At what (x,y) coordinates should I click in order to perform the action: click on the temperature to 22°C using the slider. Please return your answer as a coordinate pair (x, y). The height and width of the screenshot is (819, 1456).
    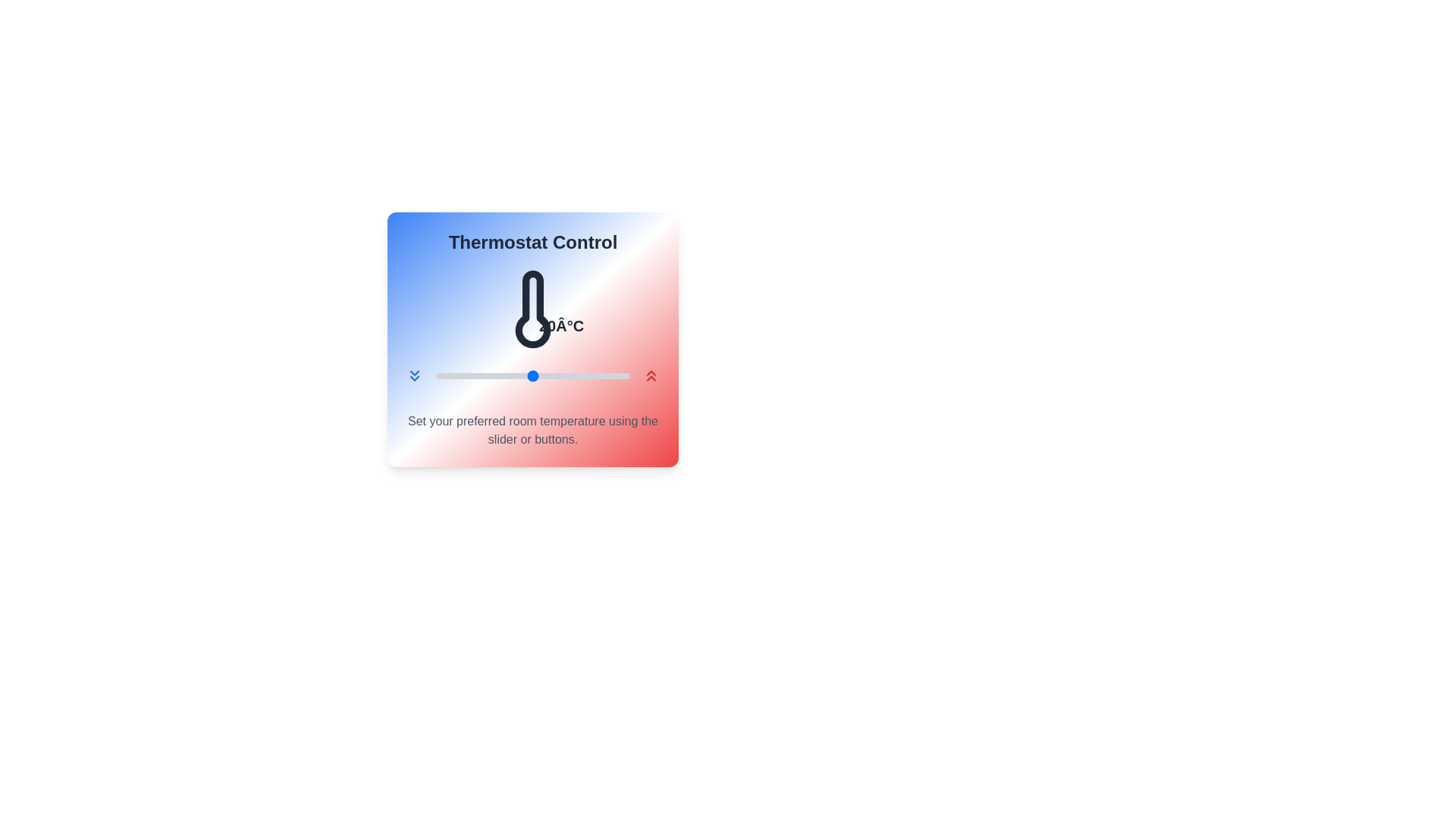
    Looking at the image, I should click on (551, 375).